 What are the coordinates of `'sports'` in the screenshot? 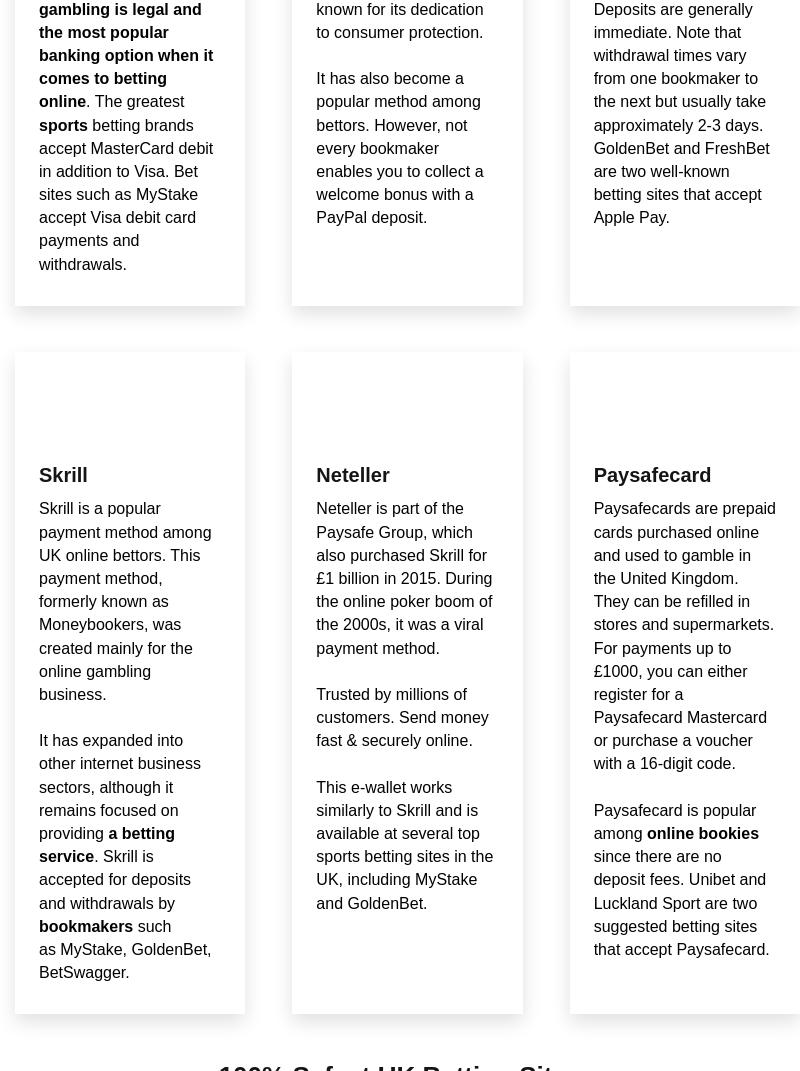 It's located at (38, 124).